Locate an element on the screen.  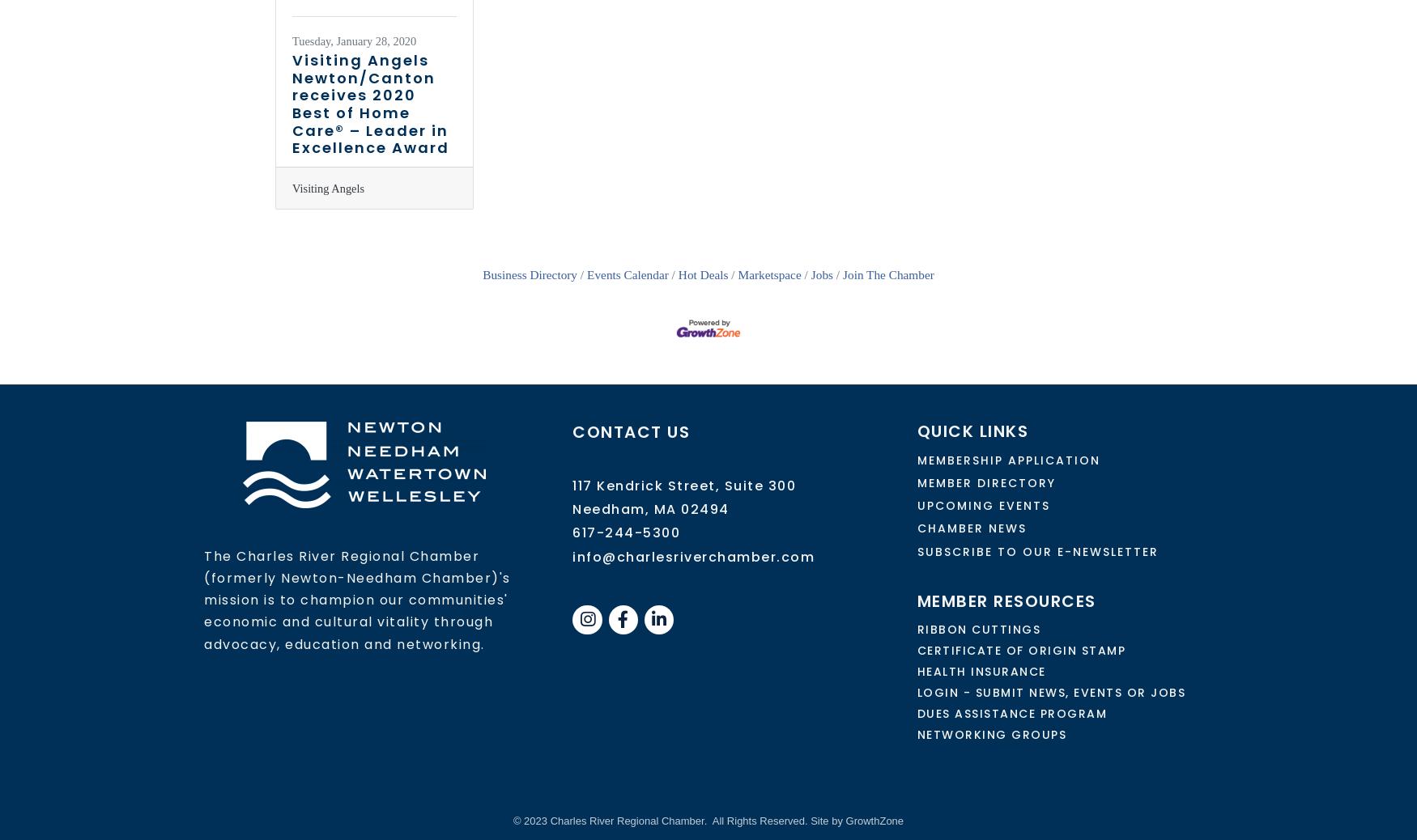
'health insurance' is located at coordinates (981, 671).